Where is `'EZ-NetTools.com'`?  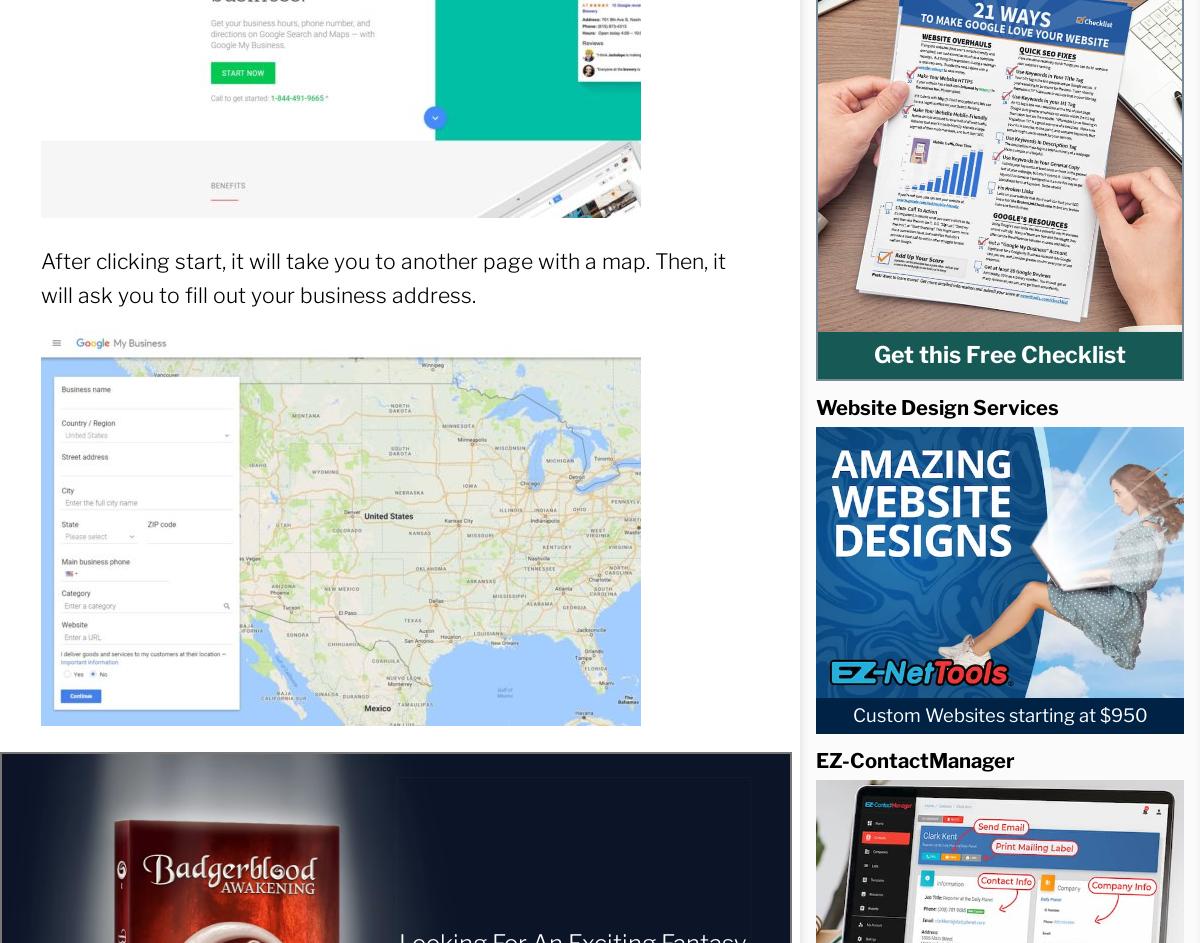
'EZ-NetTools.com' is located at coordinates (782, 434).